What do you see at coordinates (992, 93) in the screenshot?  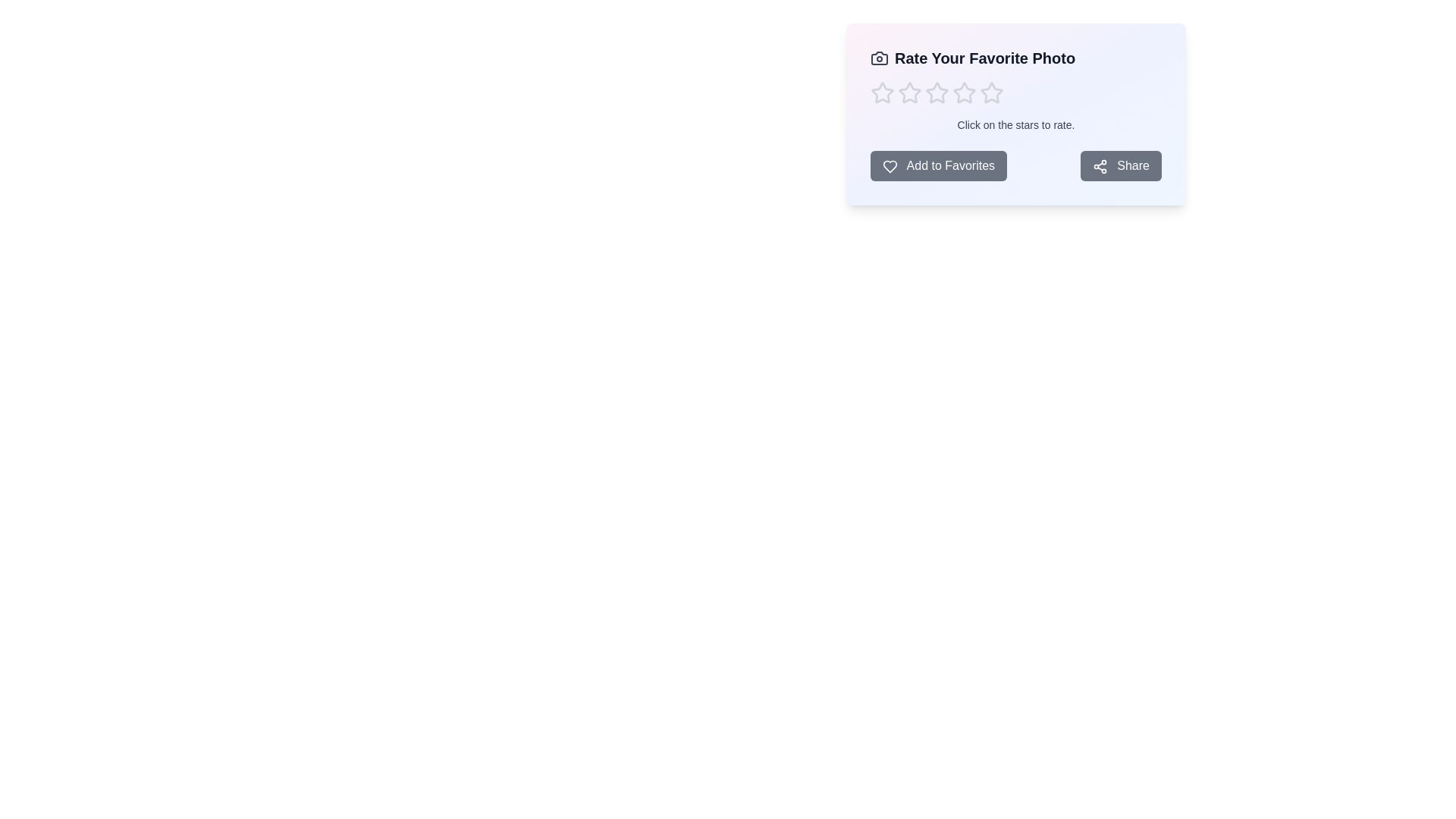 I see `the fourth star icon in the rating section under 'Rate Your Favorite Photo'` at bounding box center [992, 93].